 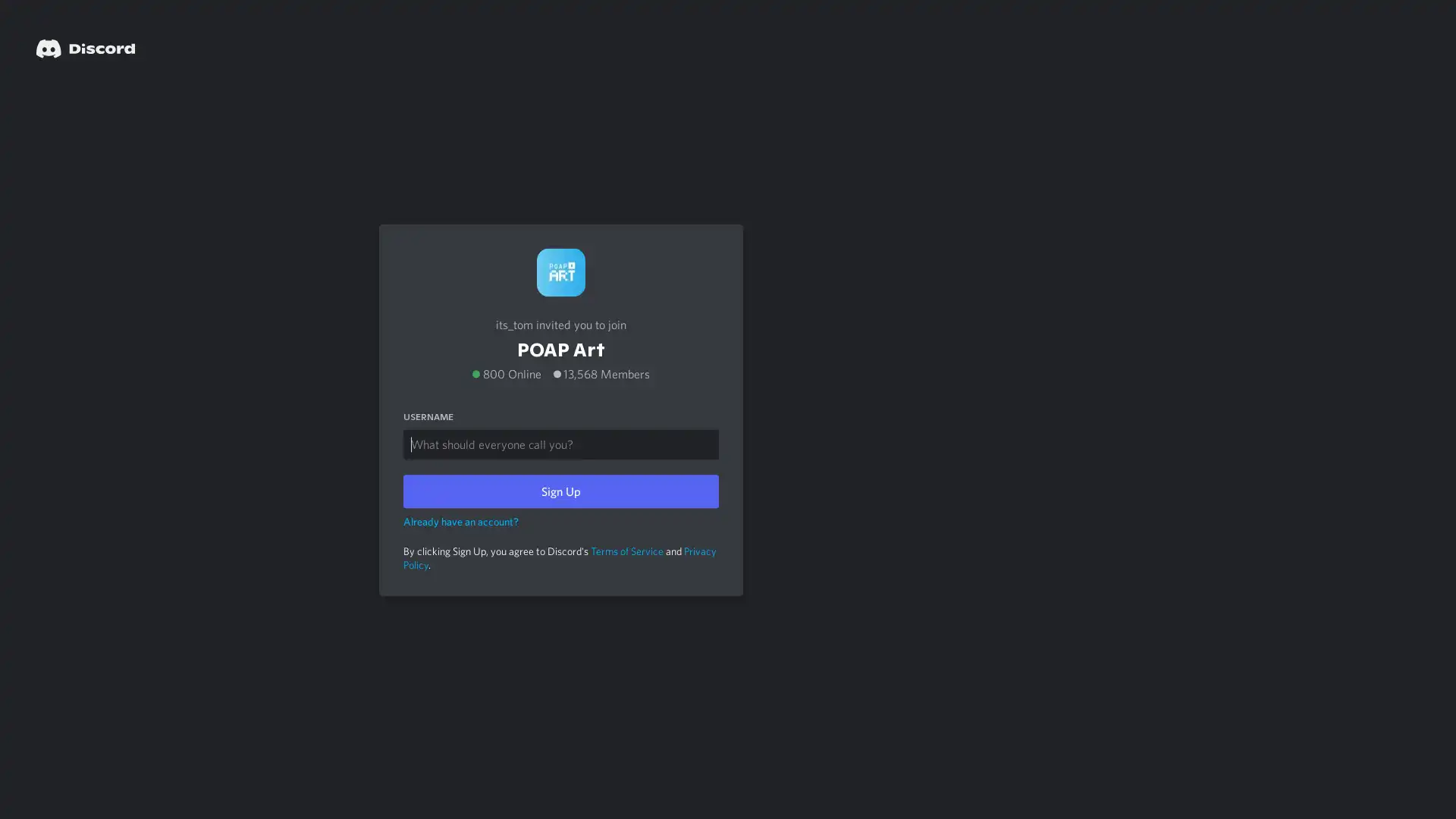 What do you see at coordinates (560, 491) in the screenshot?
I see `Sign Up` at bounding box center [560, 491].